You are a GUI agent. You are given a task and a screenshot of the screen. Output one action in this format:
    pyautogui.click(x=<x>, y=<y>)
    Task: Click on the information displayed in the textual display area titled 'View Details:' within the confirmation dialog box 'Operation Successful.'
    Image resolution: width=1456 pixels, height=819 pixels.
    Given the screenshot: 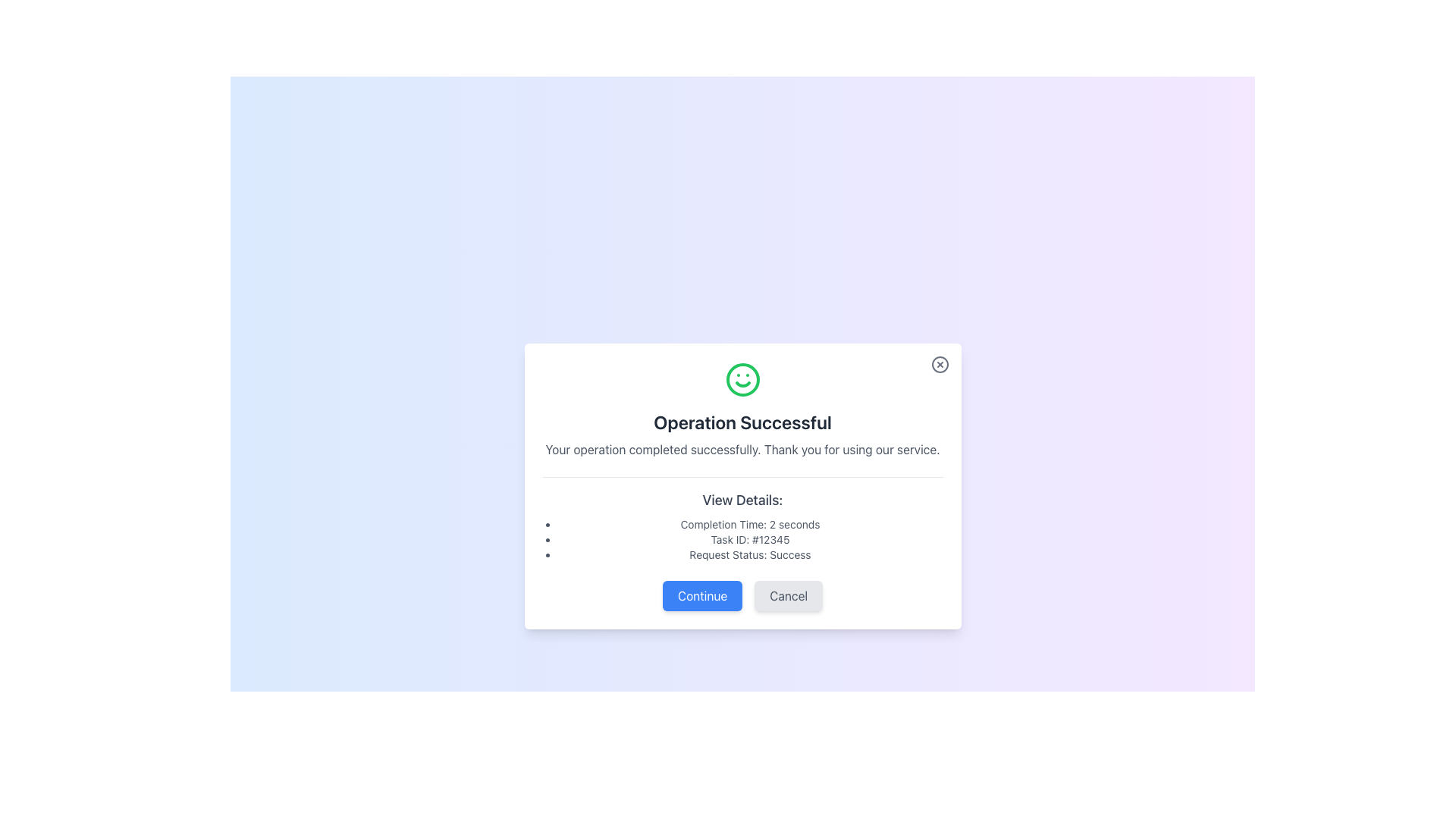 What is the action you would take?
    pyautogui.click(x=742, y=519)
    